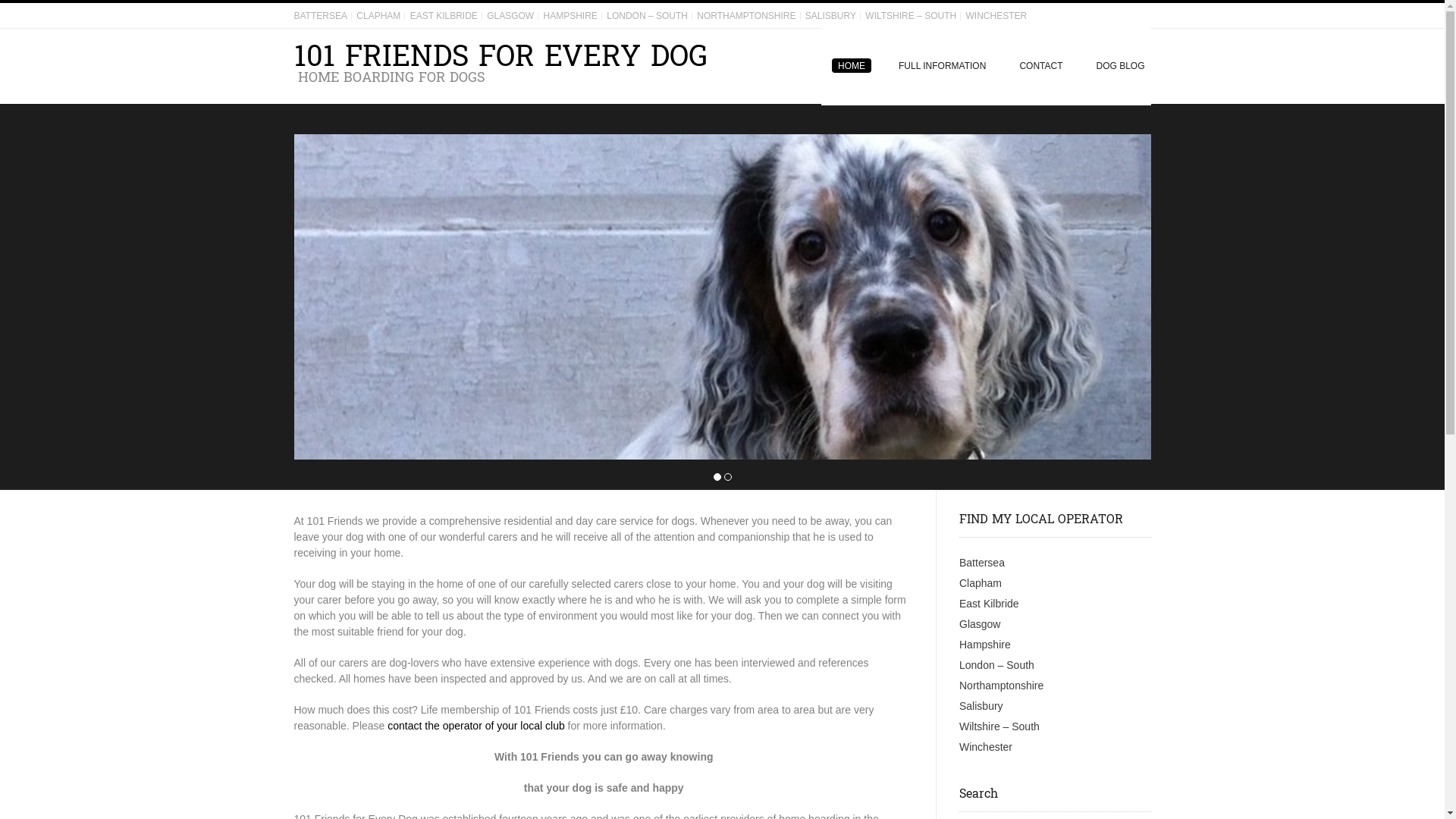 This screenshot has height=819, width=1456. What do you see at coordinates (475, 724) in the screenshot?
I see `'contact the operator of your local club'` at bounding box center [475, 724].